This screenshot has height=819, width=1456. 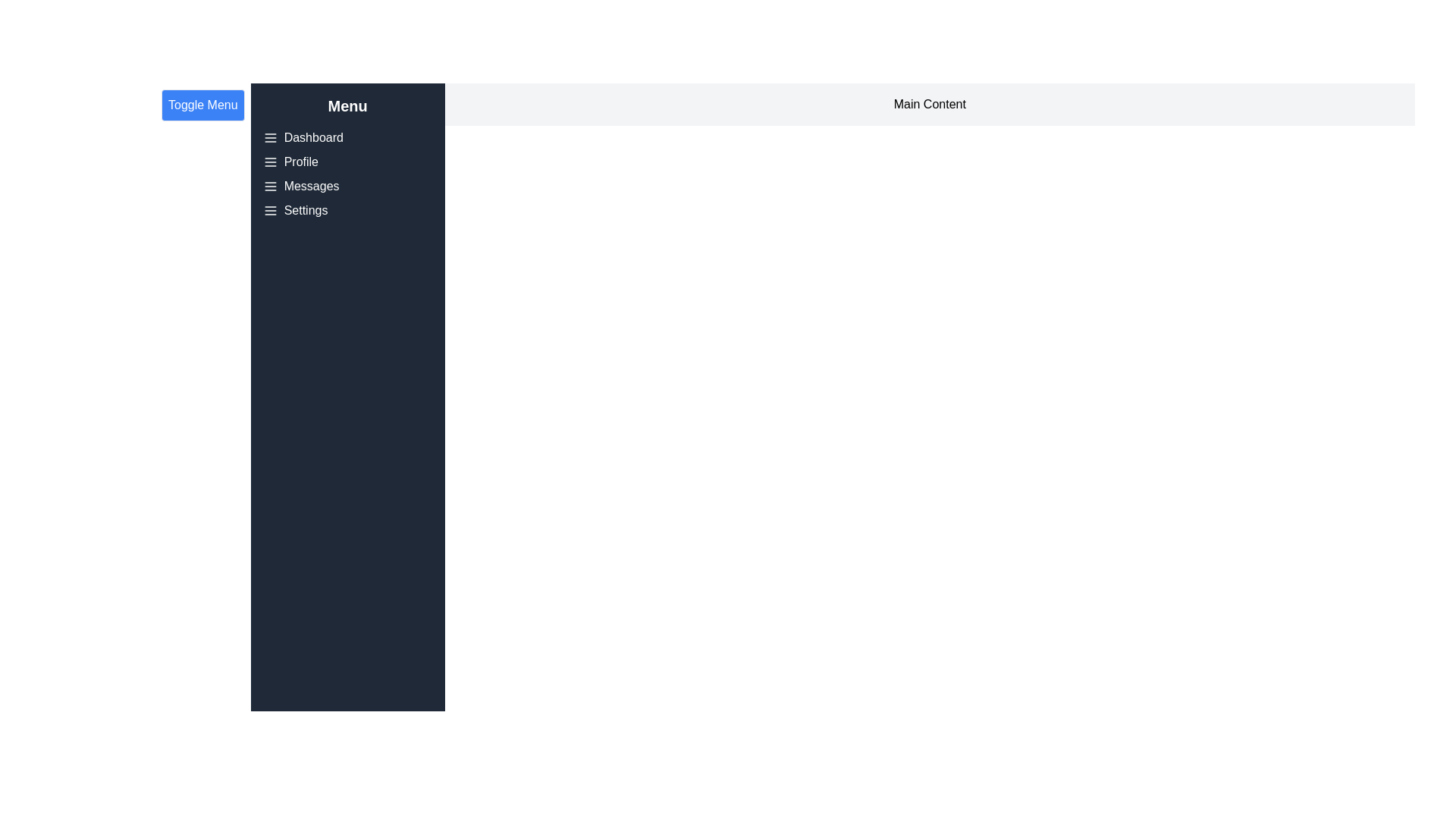 I want to click on the menu item labeled 'Messages' in the drawer, so click(x=311, y=186).